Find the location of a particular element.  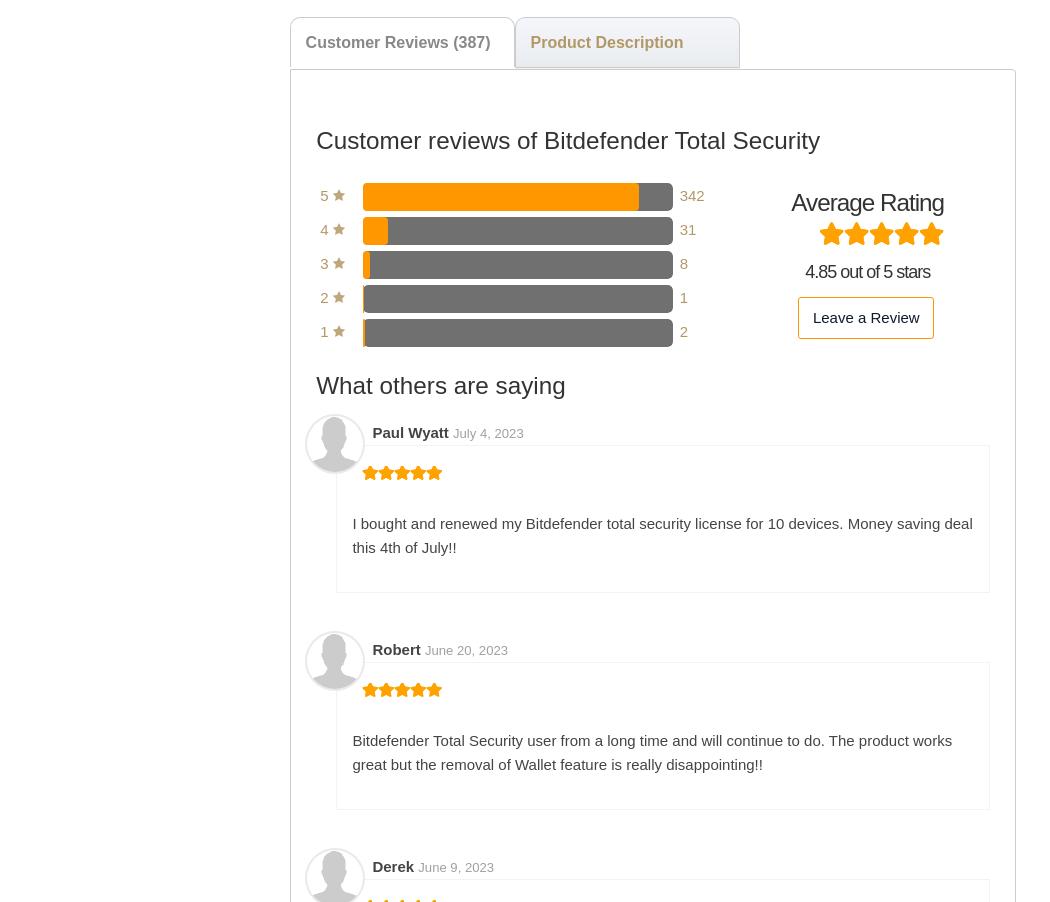

'Robert' is located at coordinates (397, 647).